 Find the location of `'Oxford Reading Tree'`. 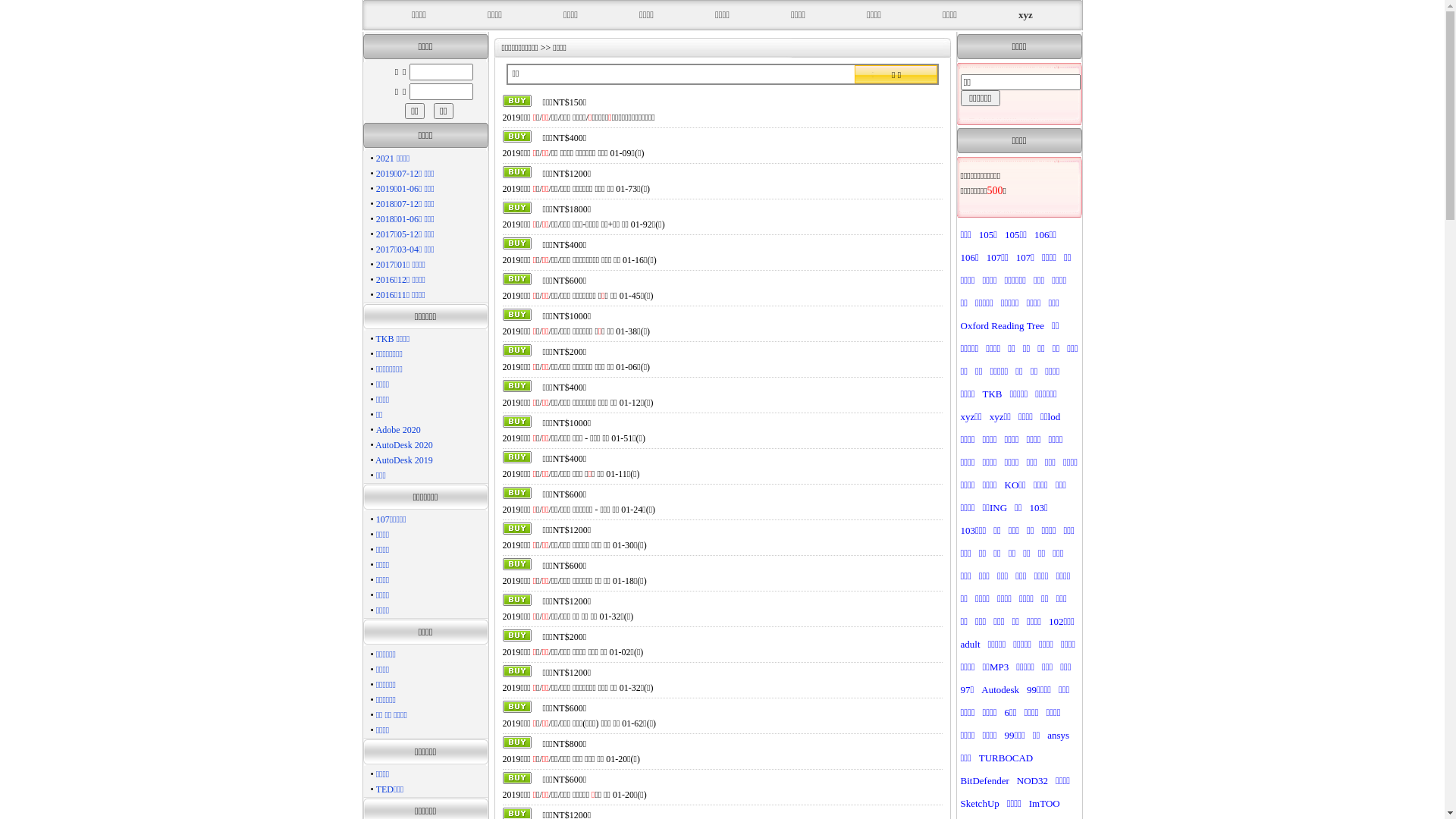

'Oxford Reading Tree' is located at coordinates (1002, 325).